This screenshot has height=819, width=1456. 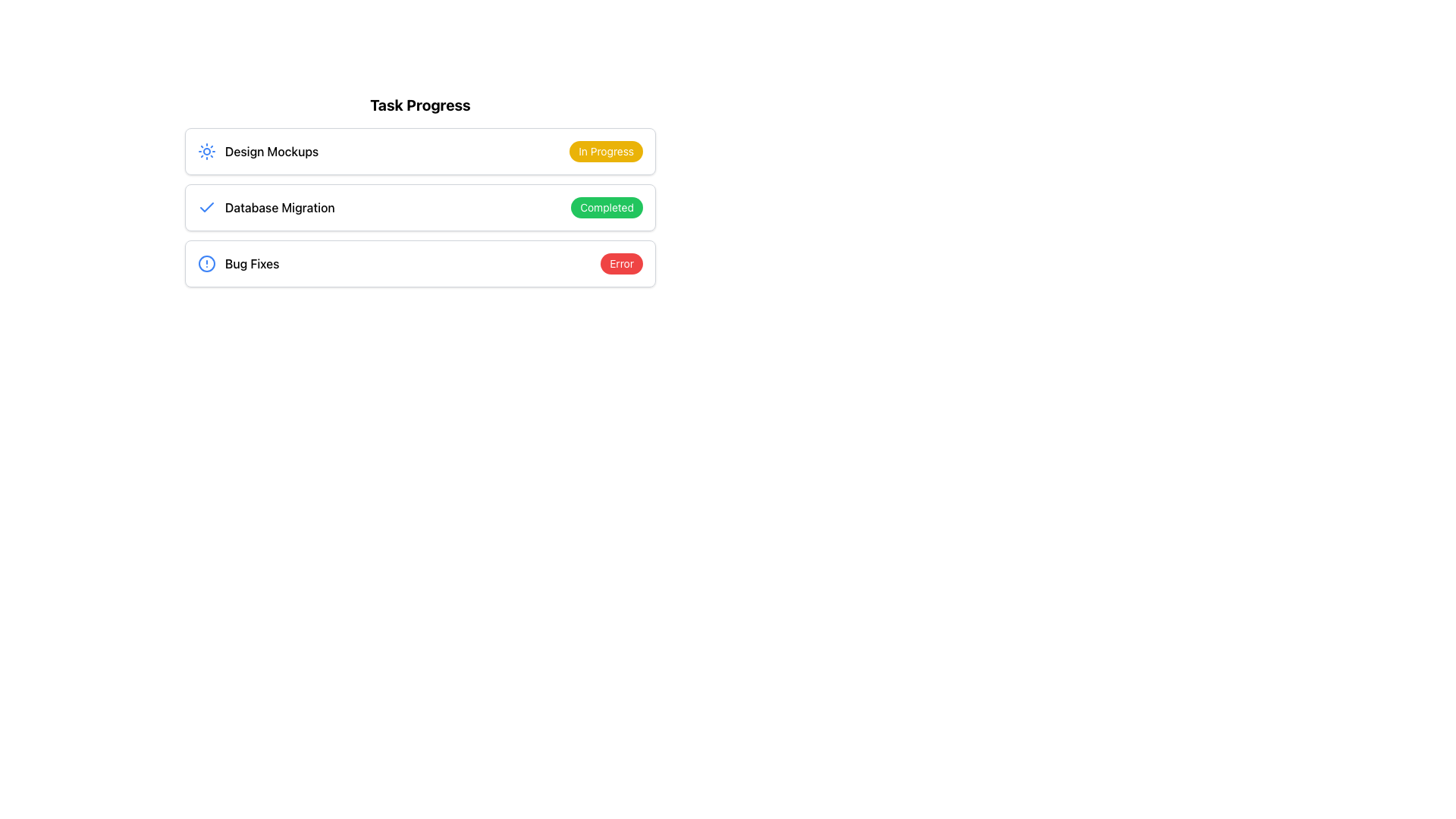 I want to click on text label that says 'Bug Fixes', which is the third entry in the task list under 'Task Progress', so click(x=252, y=262).